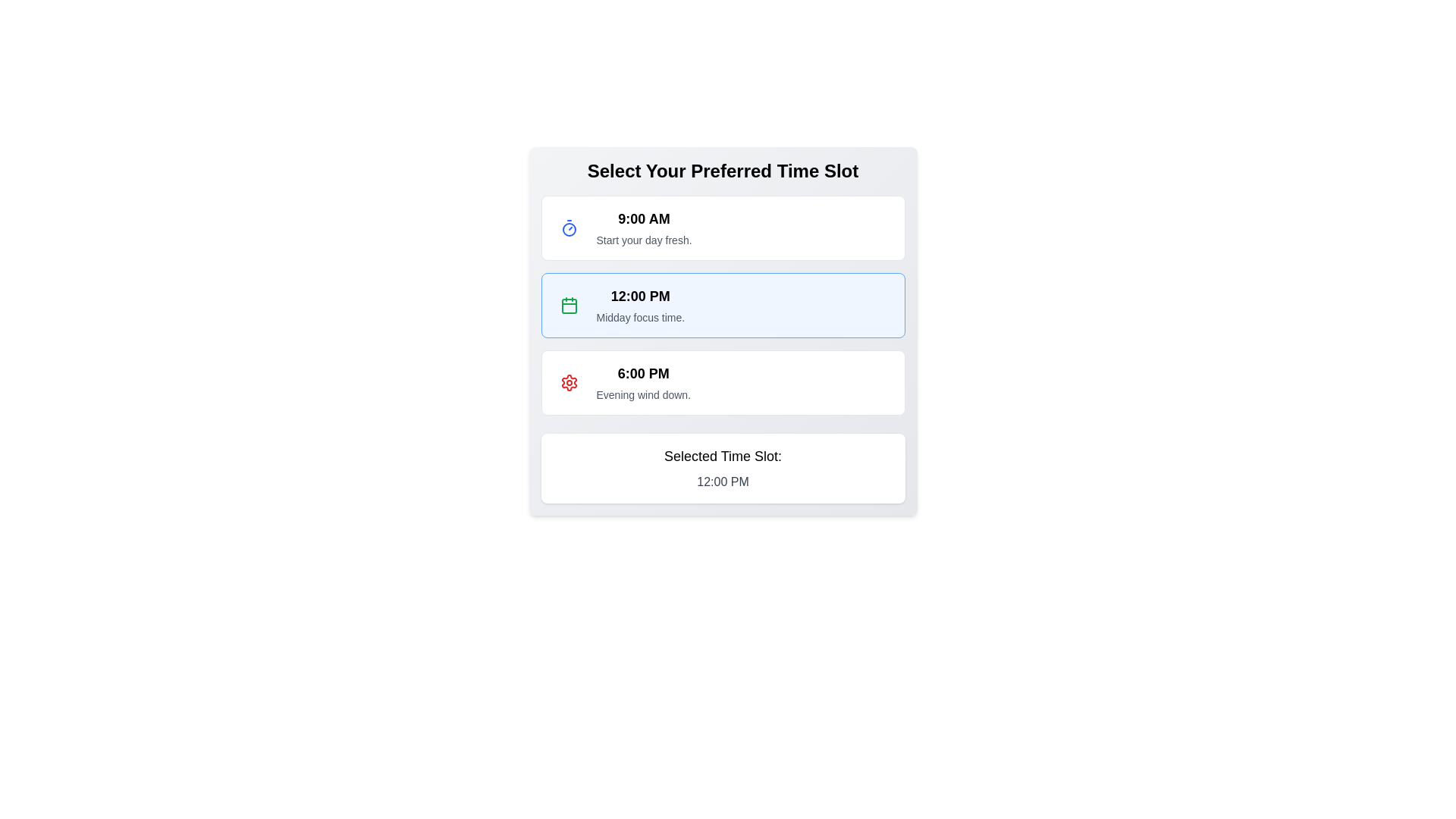  Describe the element at coordinates (568, 230) in the screenshot. I see `the decorative timer icon represented by a graphical circle within the SVG, located in the '9:00 AM' time slot option` at that location.